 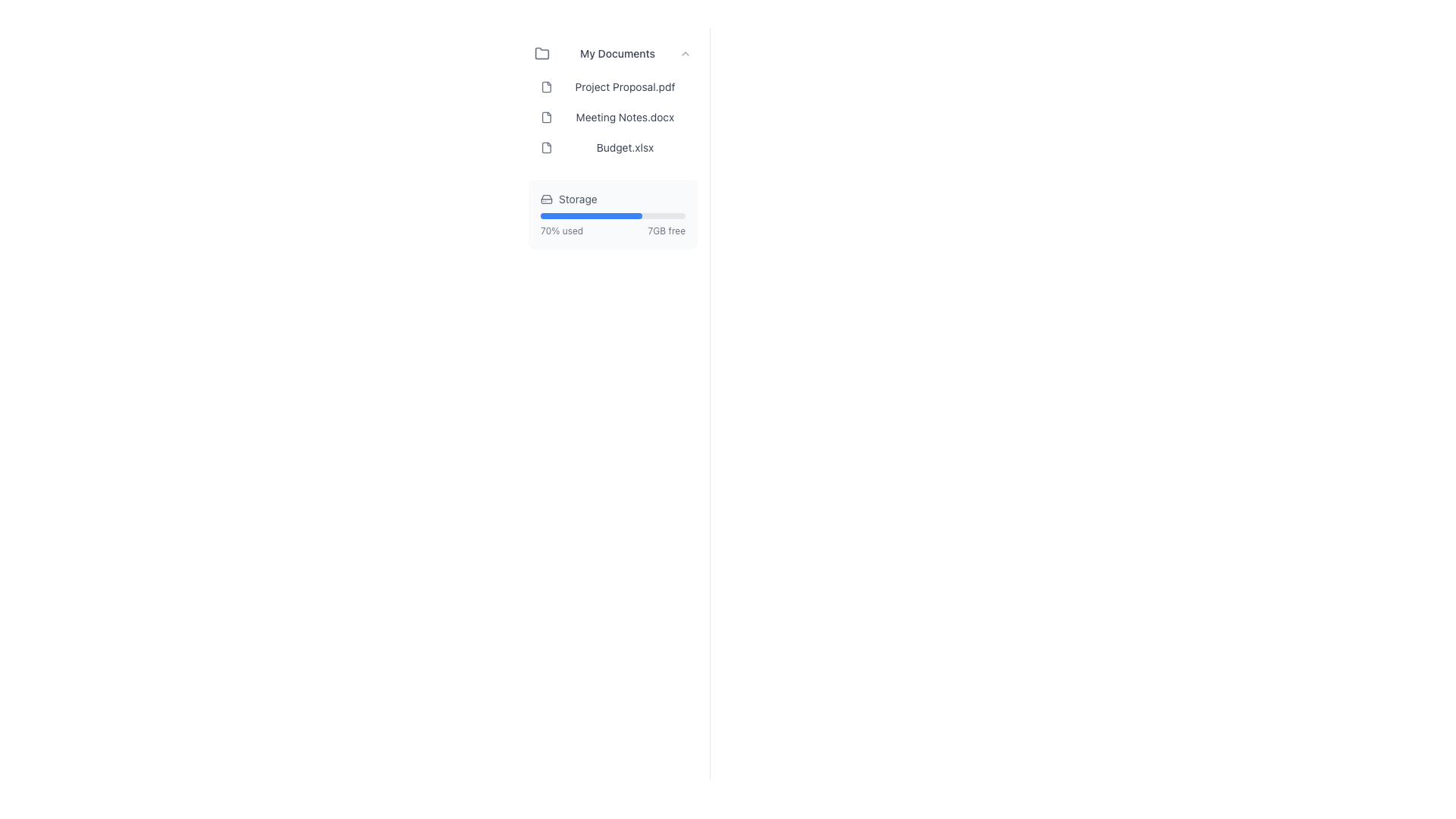 I want to click on the text label displaying the name of the file, so click(x=625, y=148).